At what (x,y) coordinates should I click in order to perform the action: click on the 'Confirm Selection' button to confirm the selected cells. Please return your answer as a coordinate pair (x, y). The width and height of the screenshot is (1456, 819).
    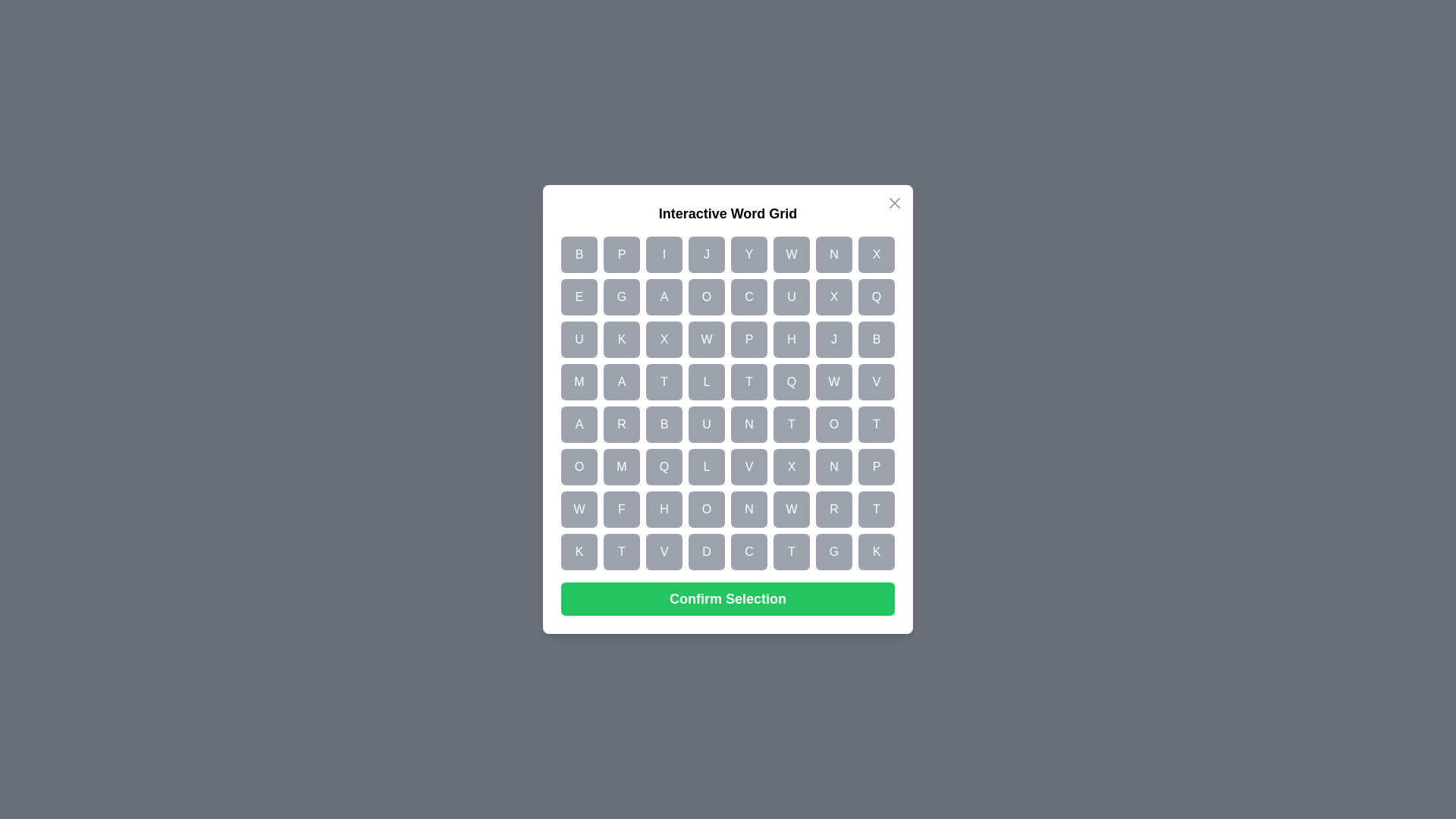
    Looking at the image, I should click on (728, 598).